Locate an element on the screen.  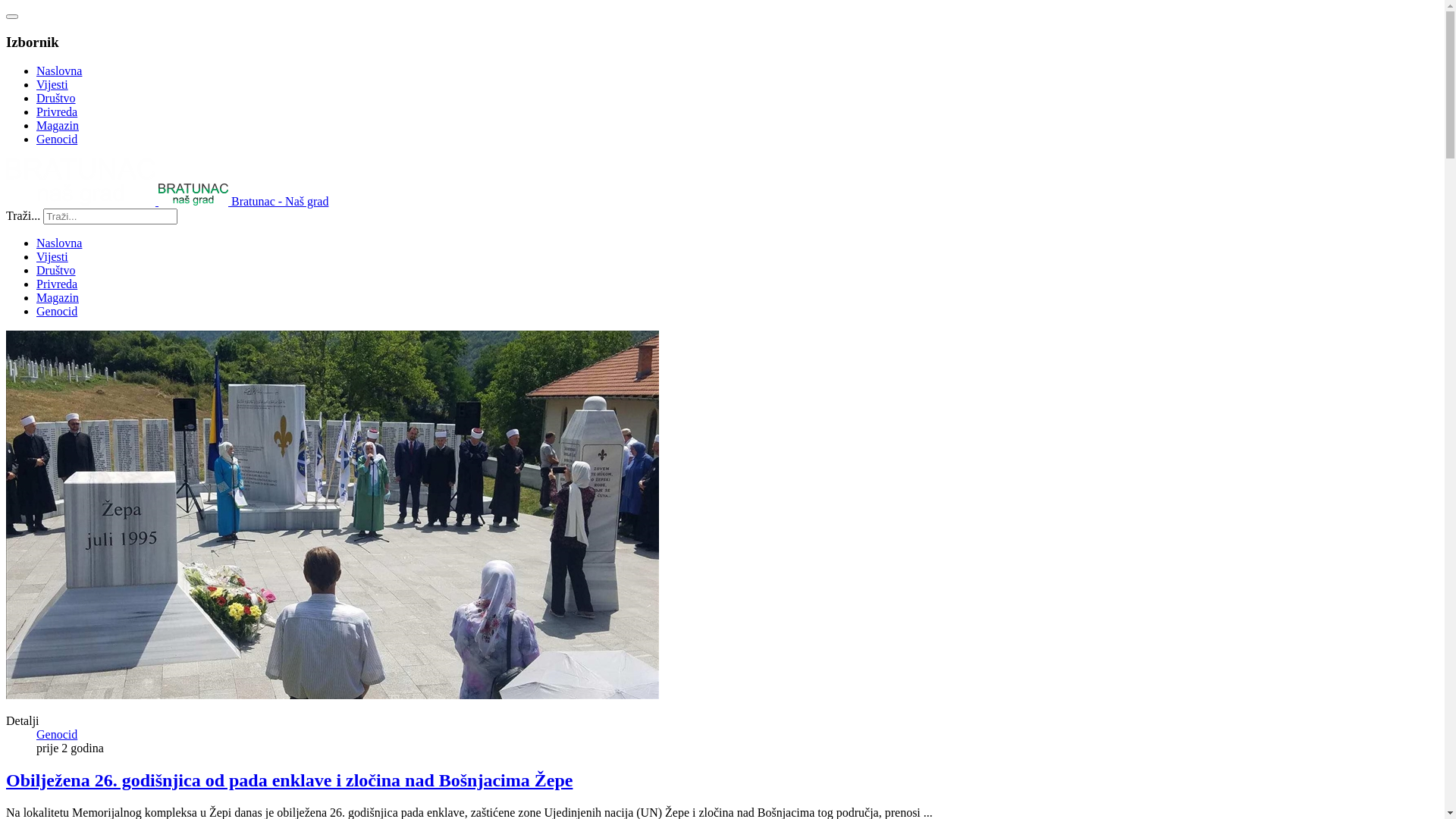
'Magazin' is located at coordinates (58, 297).